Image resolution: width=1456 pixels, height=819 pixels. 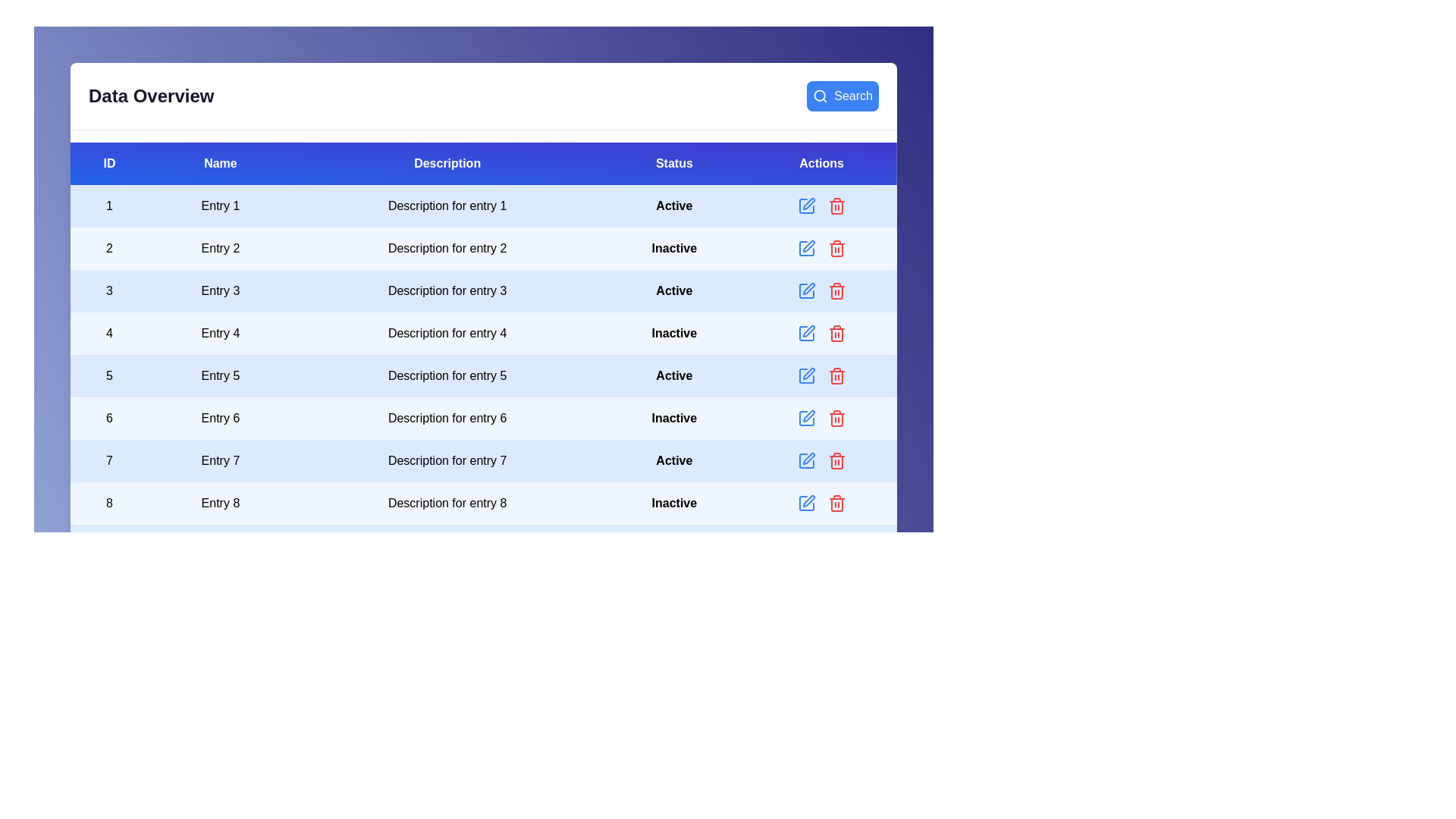 I want to click on the search button to initiate a search, so click(x=842, y=96).